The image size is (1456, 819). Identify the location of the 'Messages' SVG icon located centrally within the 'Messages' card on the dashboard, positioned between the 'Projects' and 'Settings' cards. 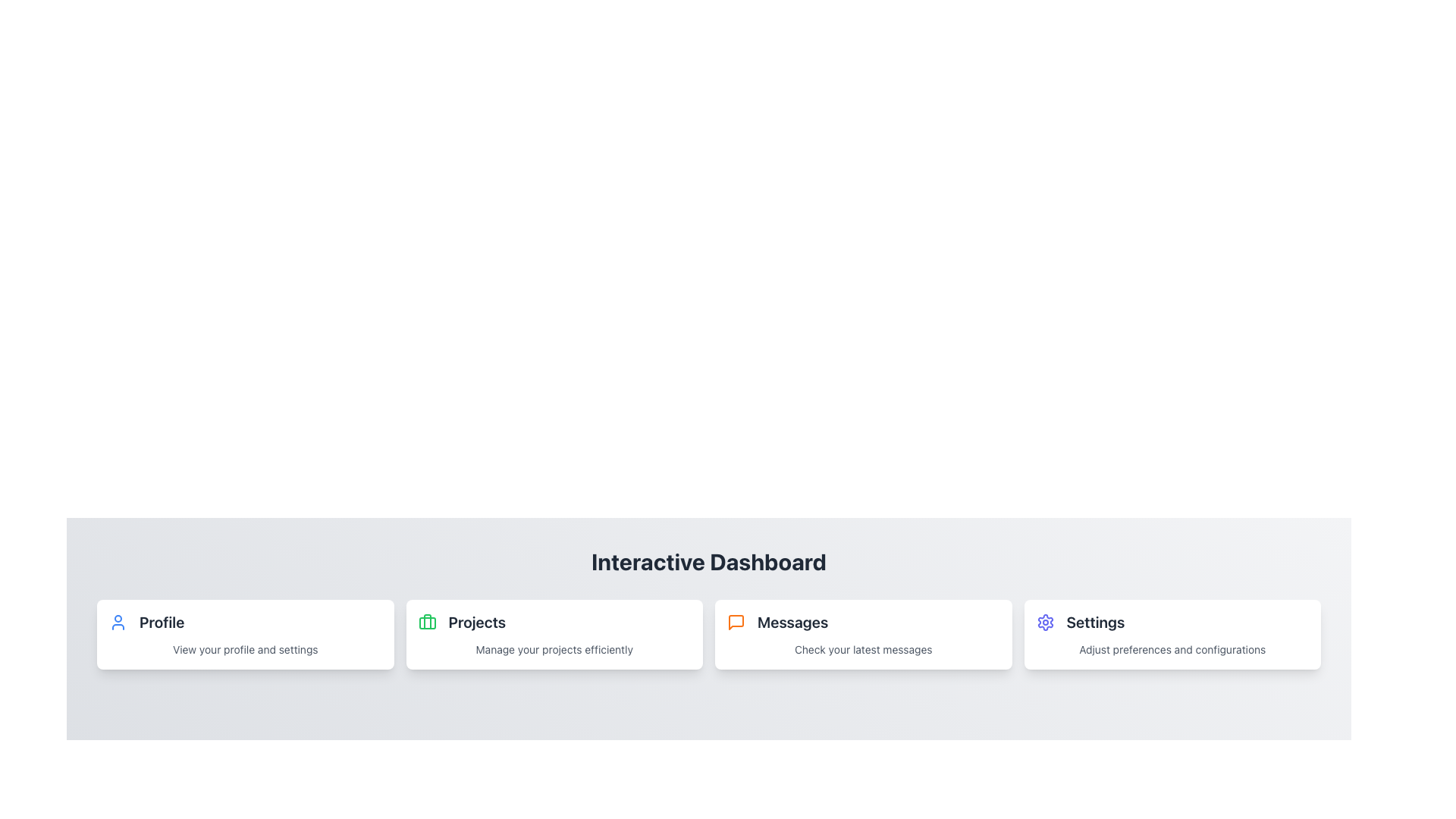
(736, 623).